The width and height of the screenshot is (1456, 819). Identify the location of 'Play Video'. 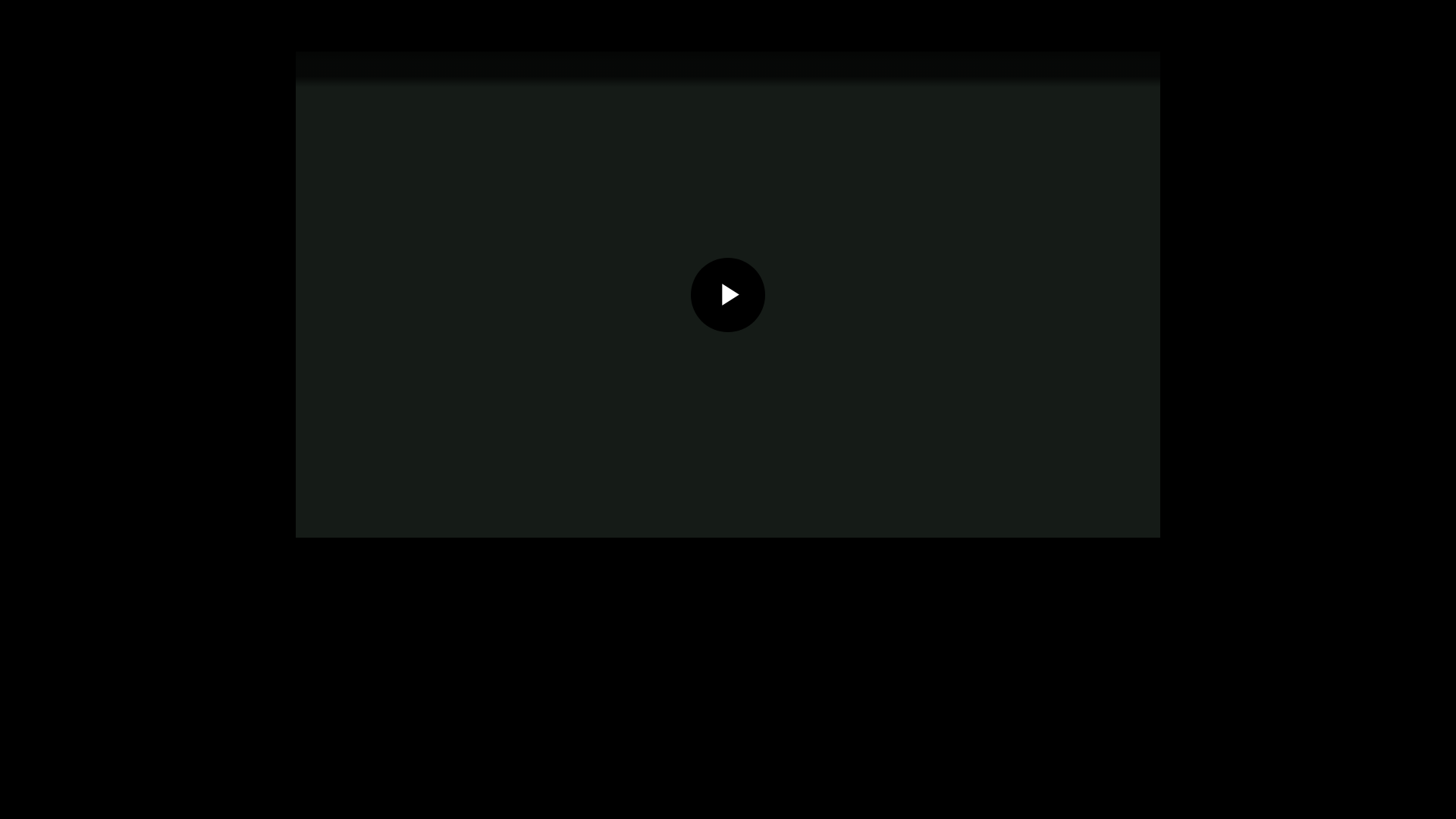
(728, 295).